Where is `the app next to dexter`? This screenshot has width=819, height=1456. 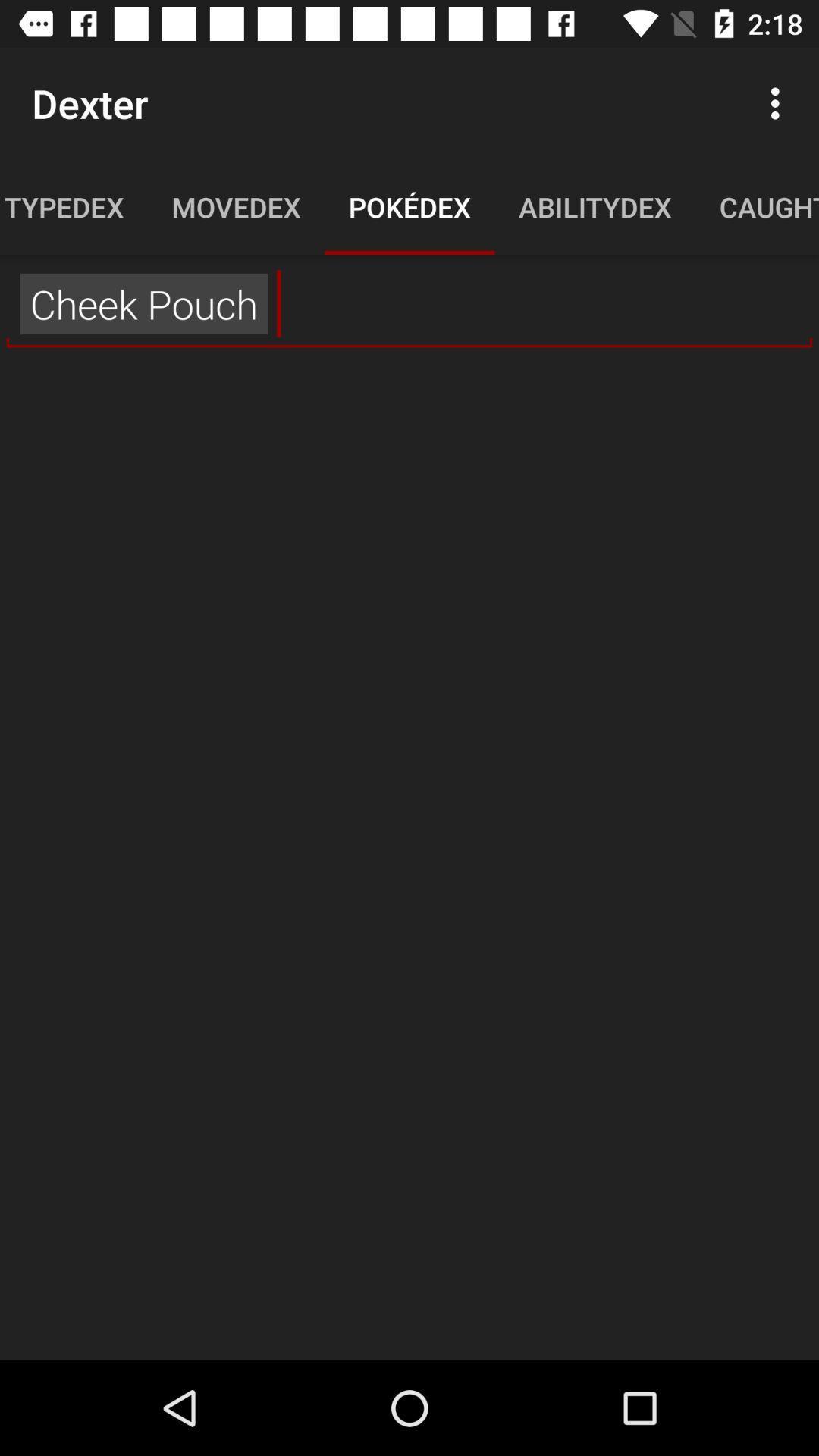
the app next to dexter is located at coordinates (779, 102).